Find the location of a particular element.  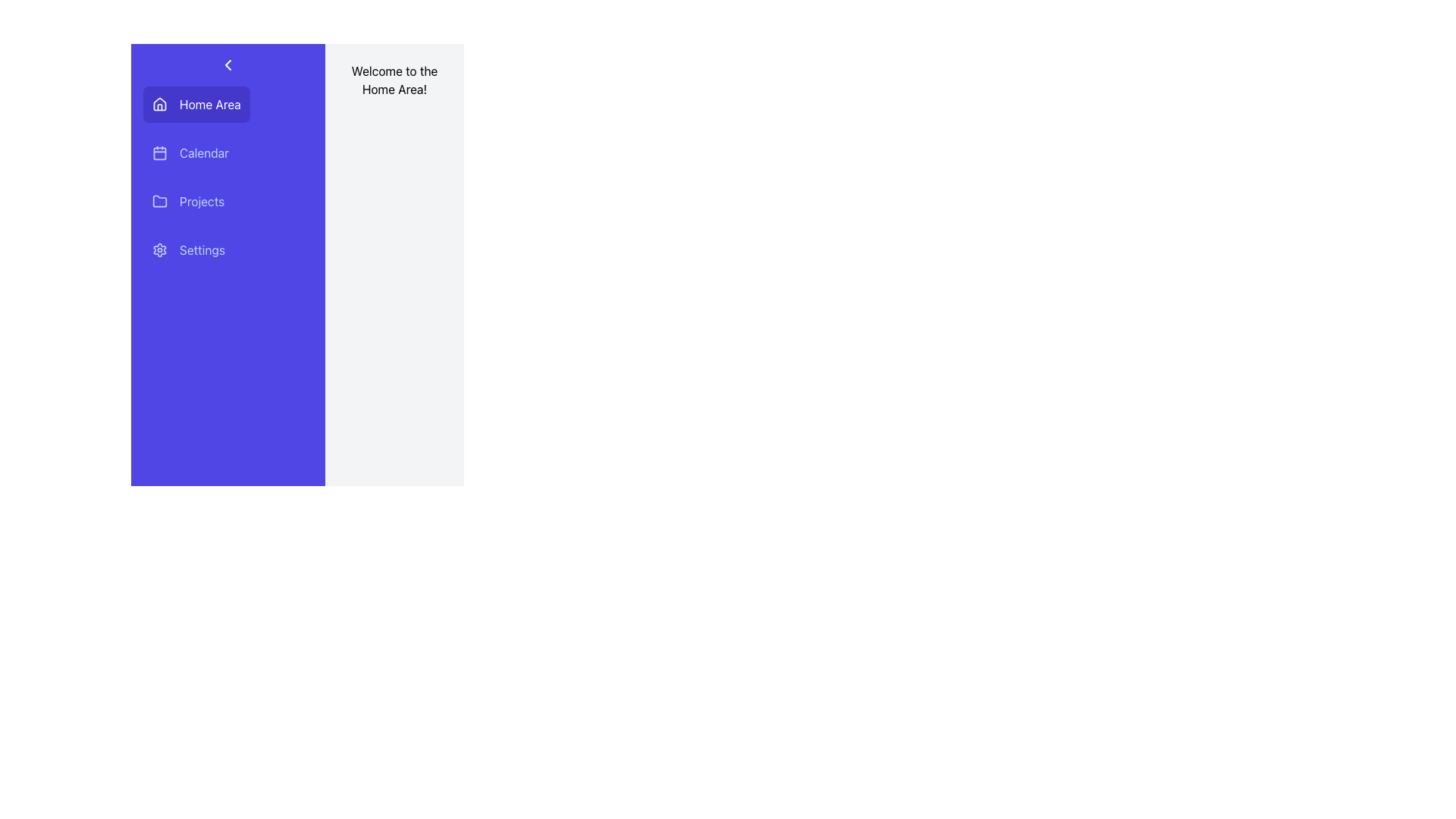

the primary house icon located in the sidebar is located at coordinates (160, 103).